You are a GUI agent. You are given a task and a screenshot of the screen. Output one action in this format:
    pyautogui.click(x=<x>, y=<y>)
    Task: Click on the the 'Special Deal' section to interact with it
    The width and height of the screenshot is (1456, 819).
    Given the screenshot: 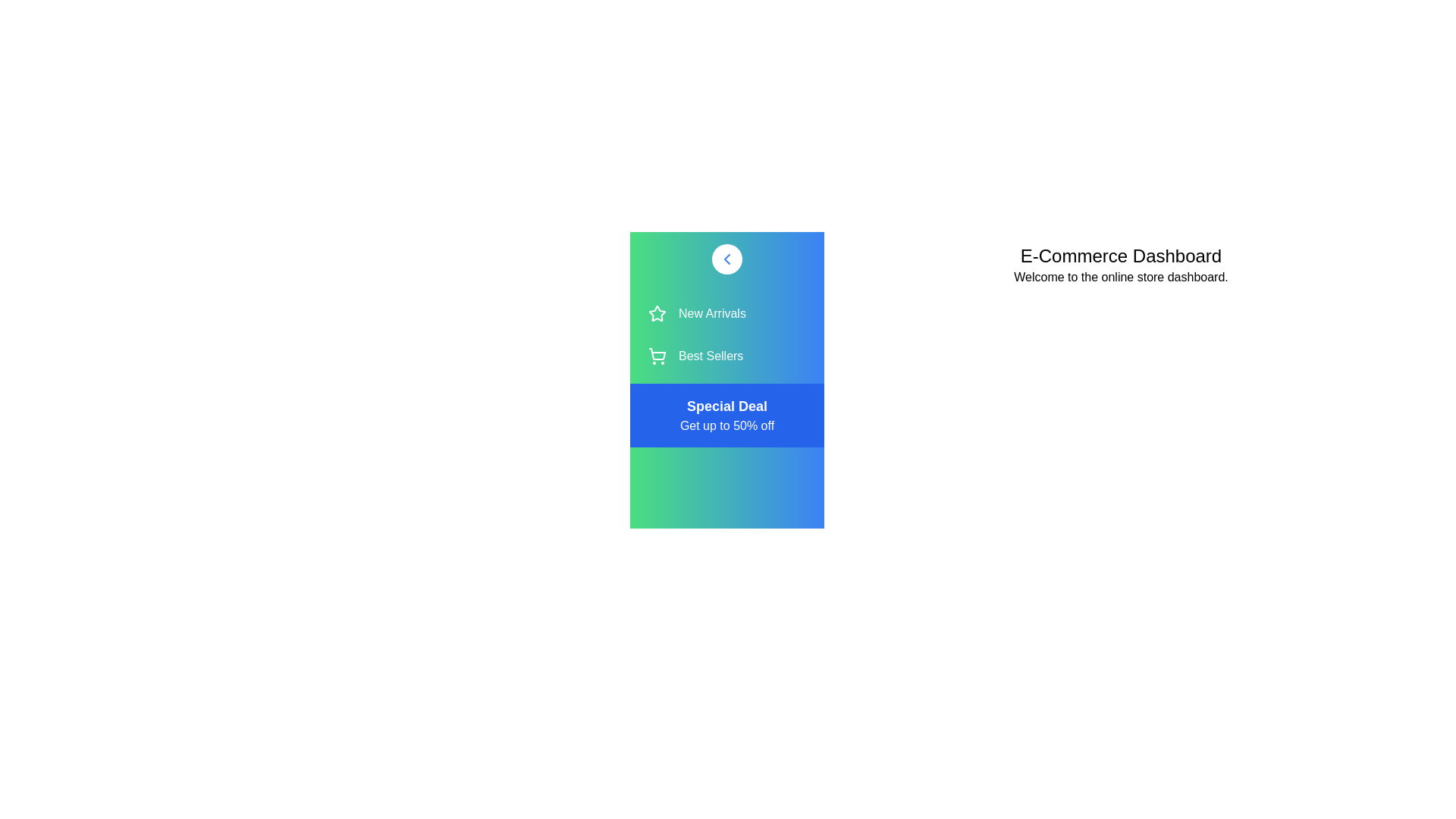 What is the action you would take?
    pyautogui.click(x=726, y=415)
    